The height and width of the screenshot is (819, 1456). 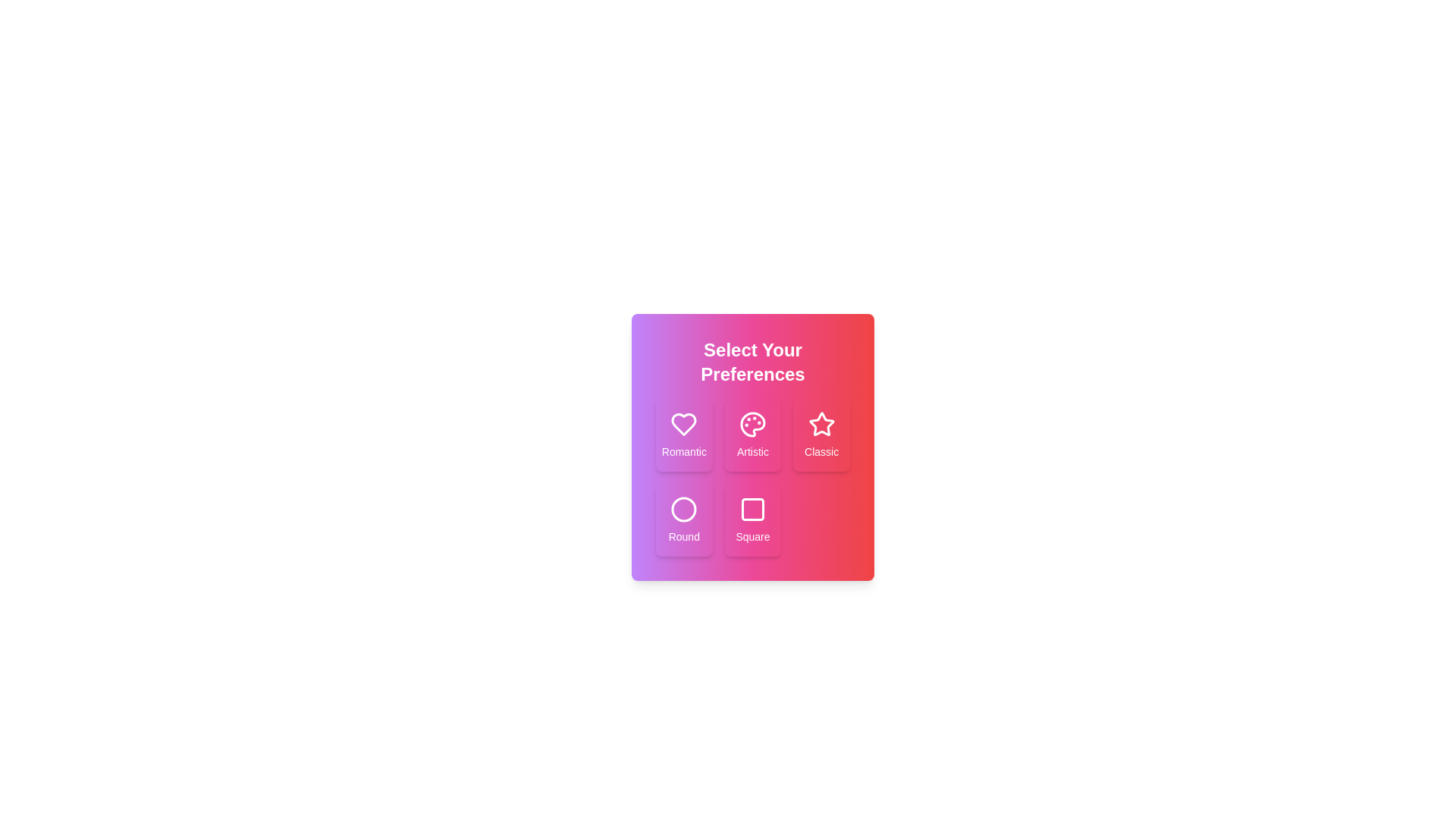 I want to click on the preference option Classic, so click(x=821, y=435).